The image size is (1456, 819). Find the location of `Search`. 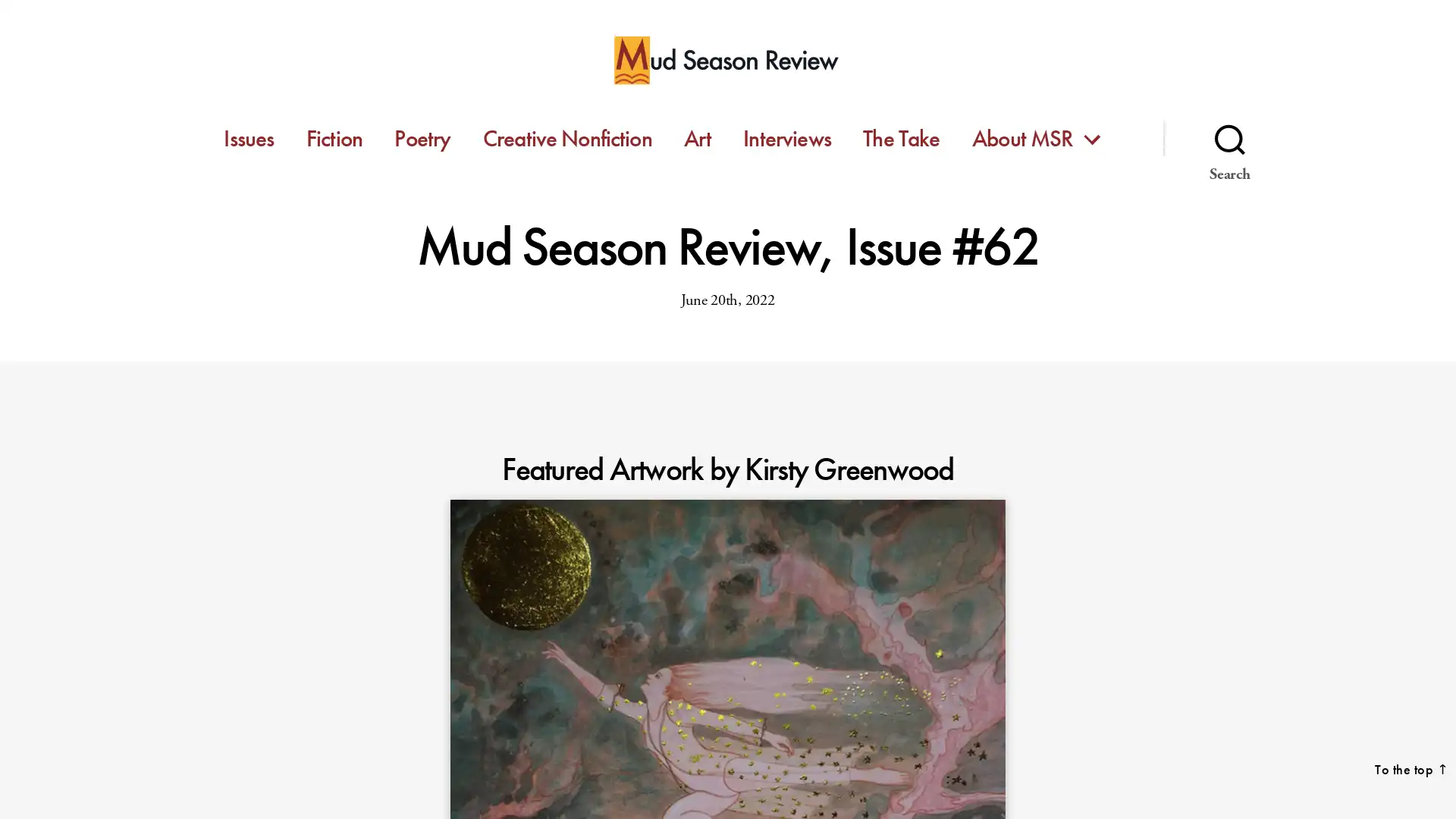

Search is located at coordinates (1229, 138).